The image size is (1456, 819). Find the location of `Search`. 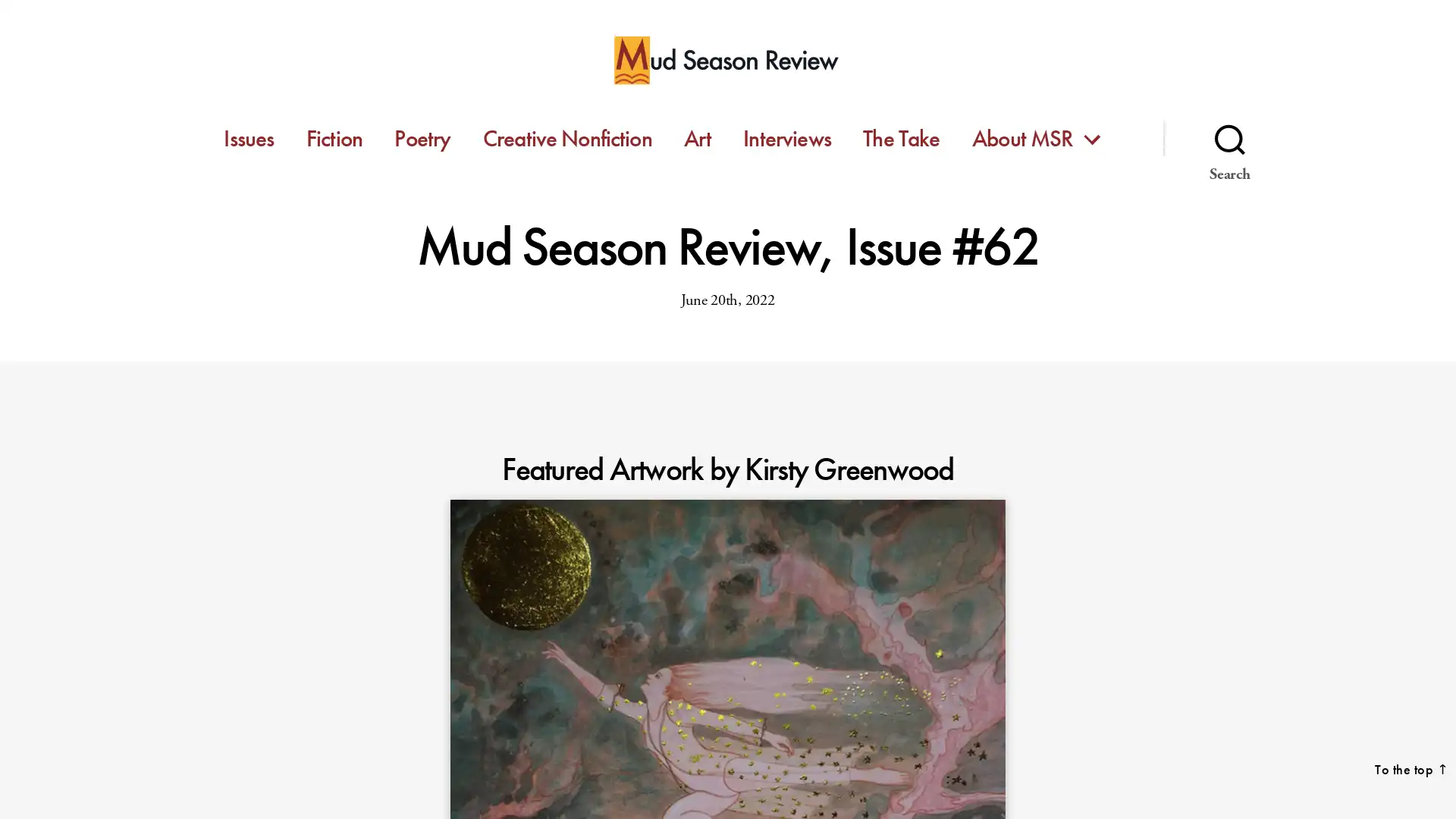

Search is located at coordinates (1229, 138).